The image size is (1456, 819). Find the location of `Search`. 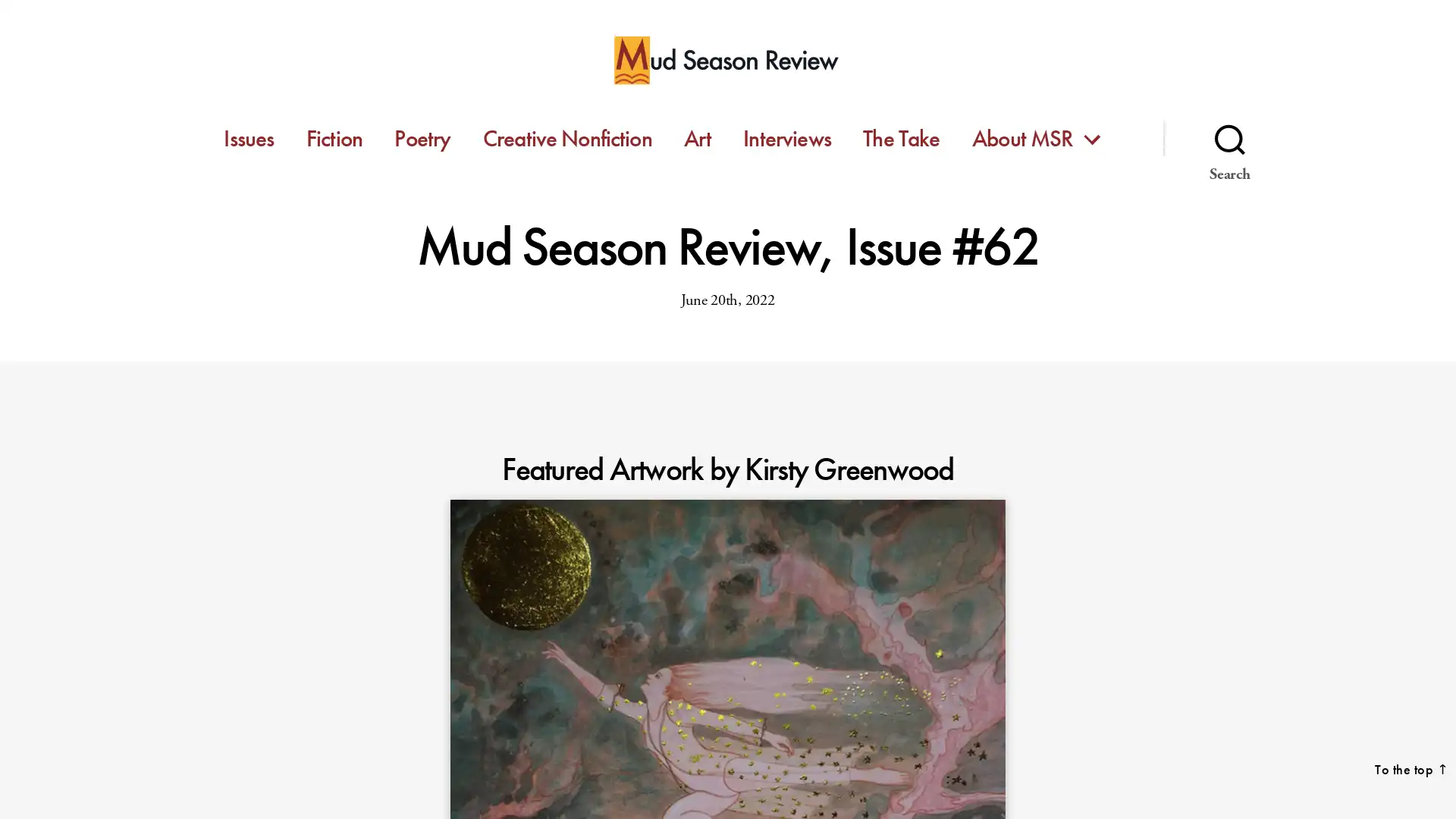

Search is located at coordinates (1229, 138).